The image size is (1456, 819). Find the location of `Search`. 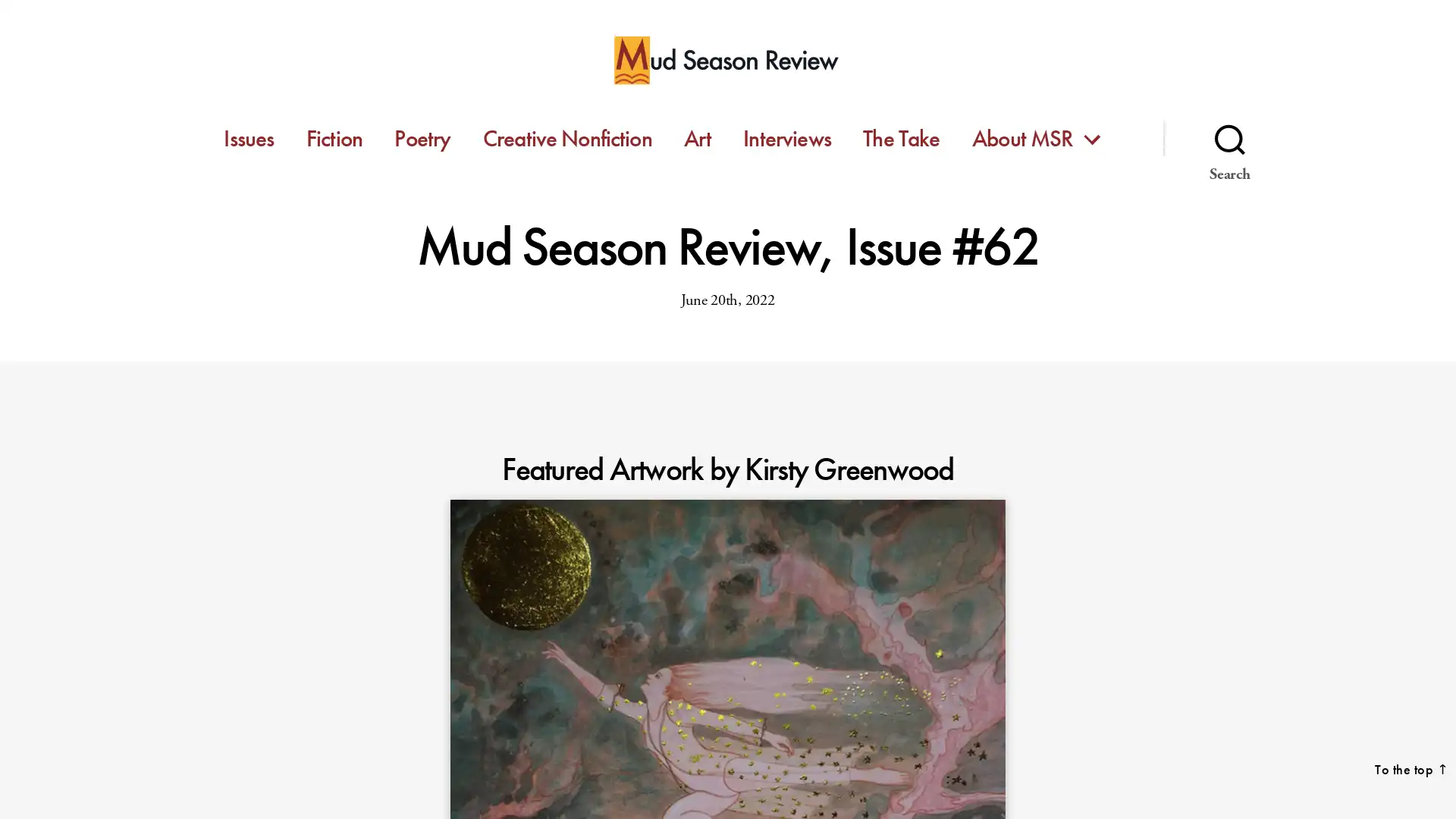

Search is located at coordinates (1229, 138).